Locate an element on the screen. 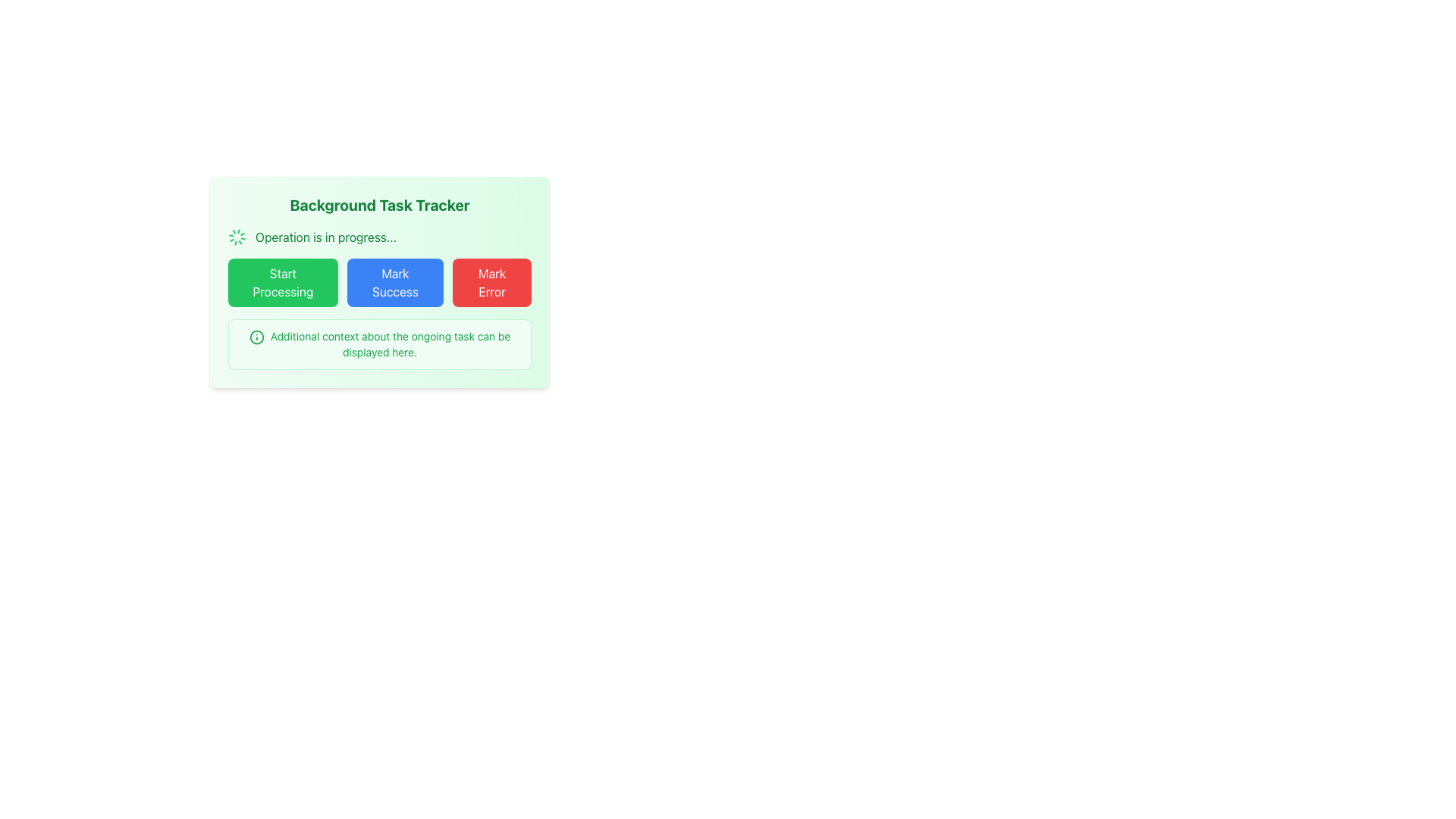 This screenshot has width=1456, height=819. the Graphical Icon (Circle) located to the left of the text labeled 'Additional content about the ongoing task can be displayed here.' is located at coordinates (256, 337).